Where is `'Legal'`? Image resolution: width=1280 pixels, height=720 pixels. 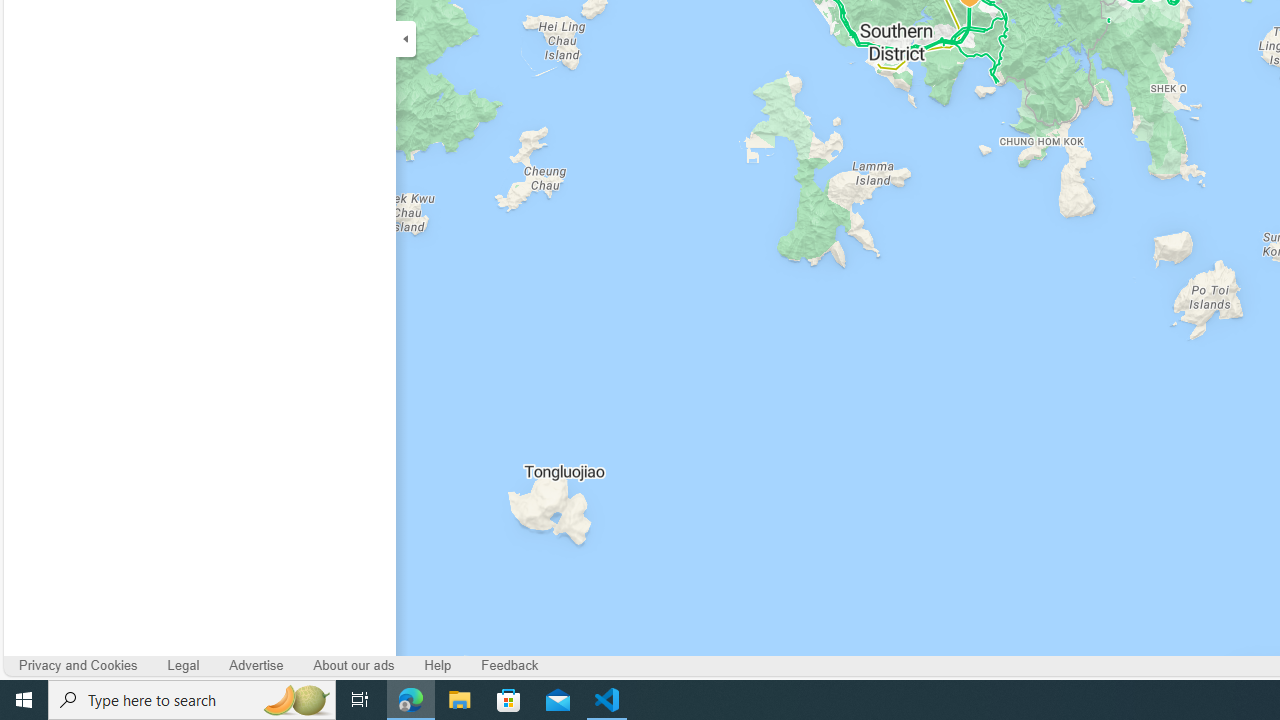 'Legal' is located at coordinates (183, 666).